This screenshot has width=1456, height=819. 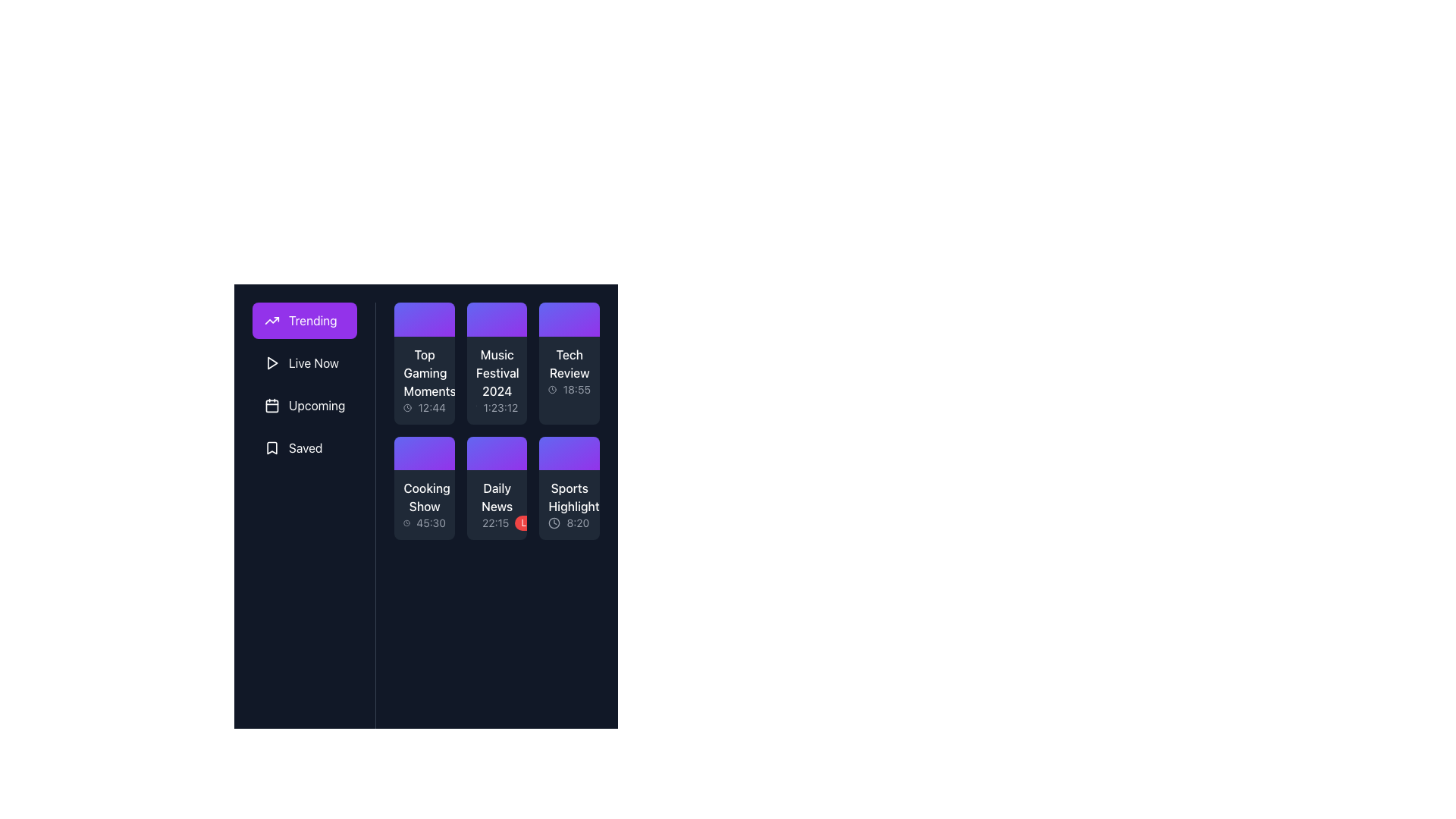 What do you see at coordinates (316, 405) in the screenshot?
I see `the text label for the navigation menu item that links to upcoming events, located below the 'Live Now' item and above the 'Saved' item` at bounding box center [316, 405].